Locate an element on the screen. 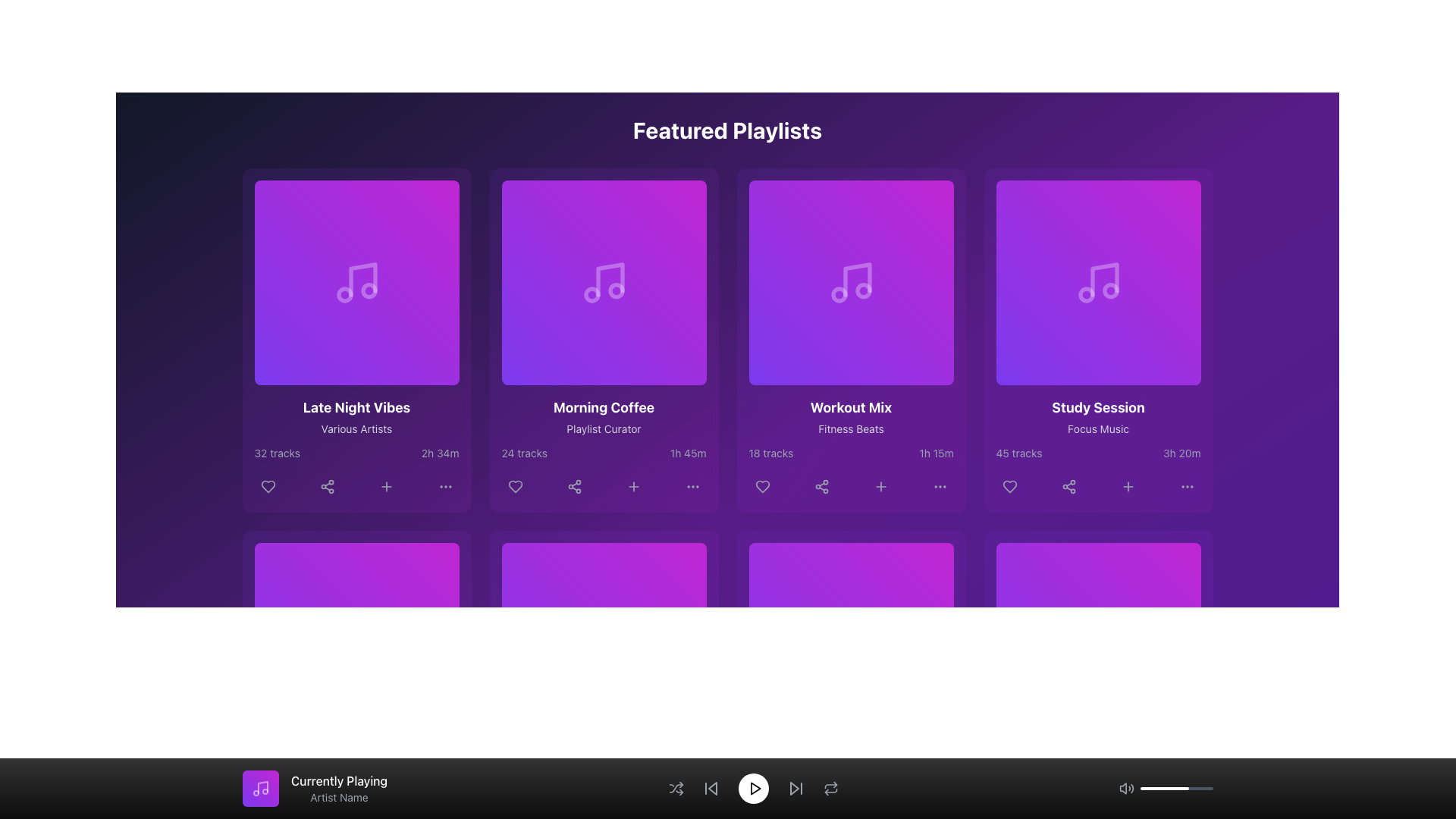 Image resolution: width=1456 pixels, height=819 pixels. the volume level is located at coordinates (1185, 788).